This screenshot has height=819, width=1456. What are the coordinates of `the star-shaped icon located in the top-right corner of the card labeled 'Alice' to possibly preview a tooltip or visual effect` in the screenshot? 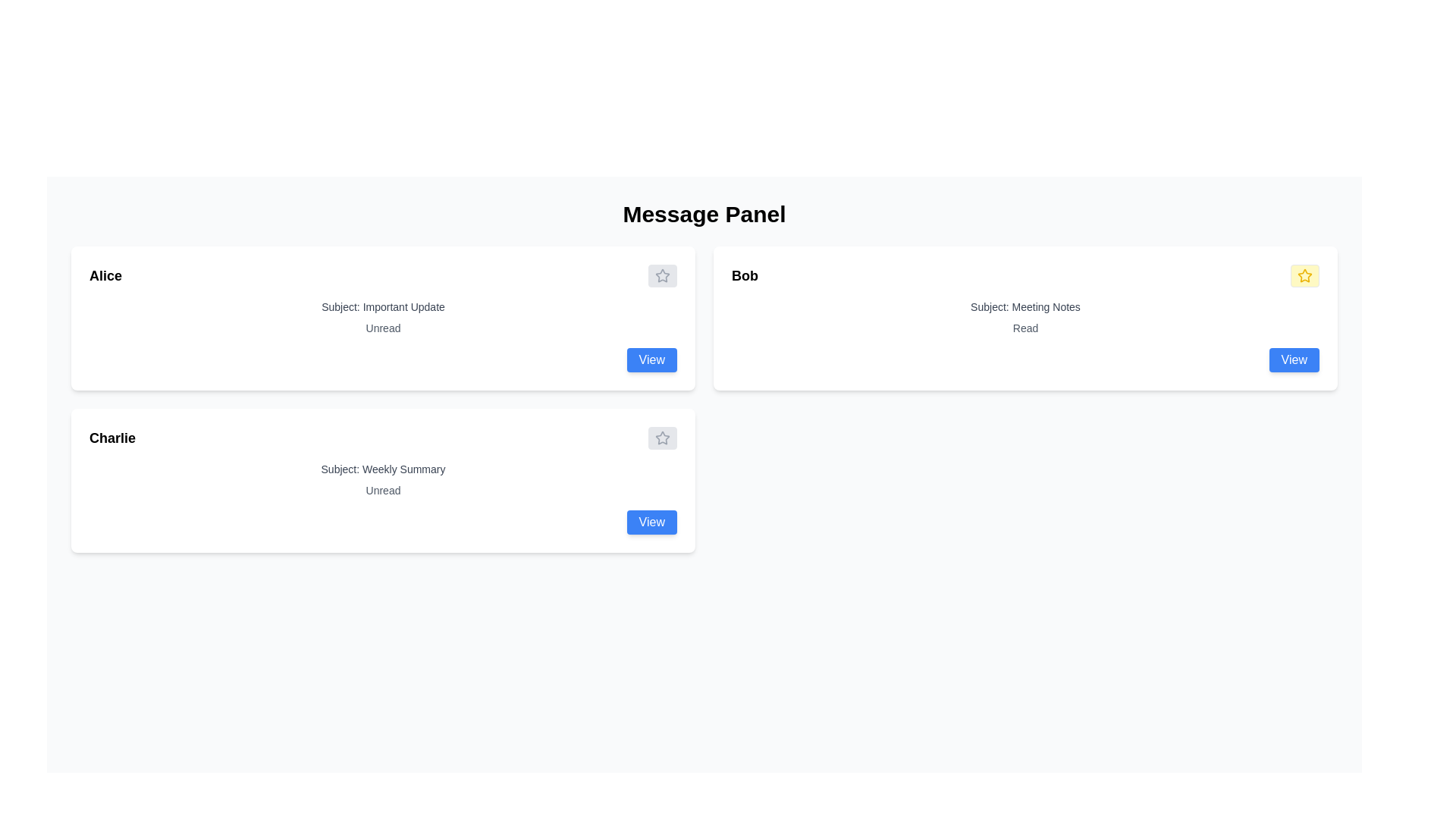 It's located at (662, 275).